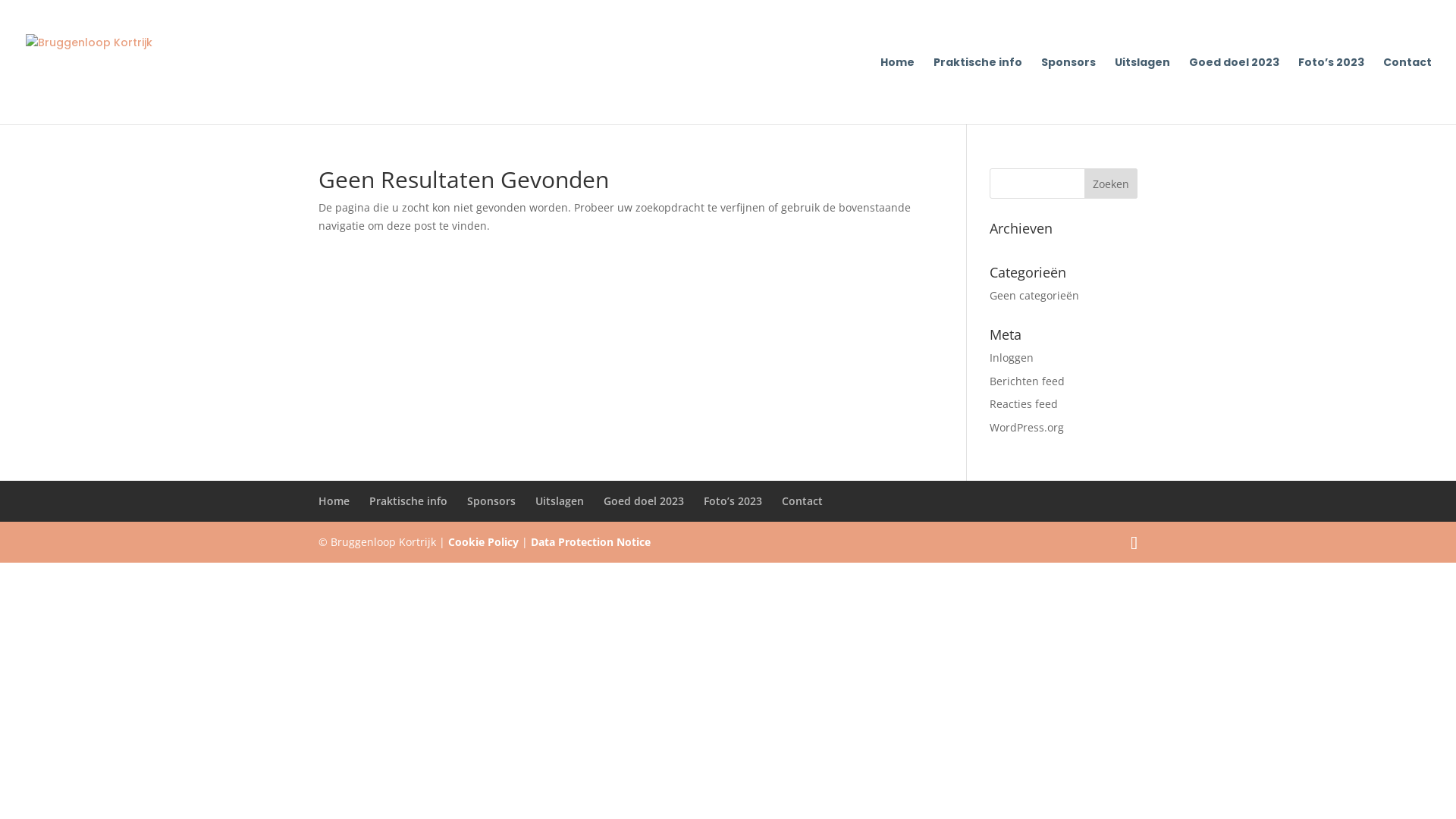  Describe the element at coordinates (977, 90) in the screenshot. I see `'Praktische info'` at that location.